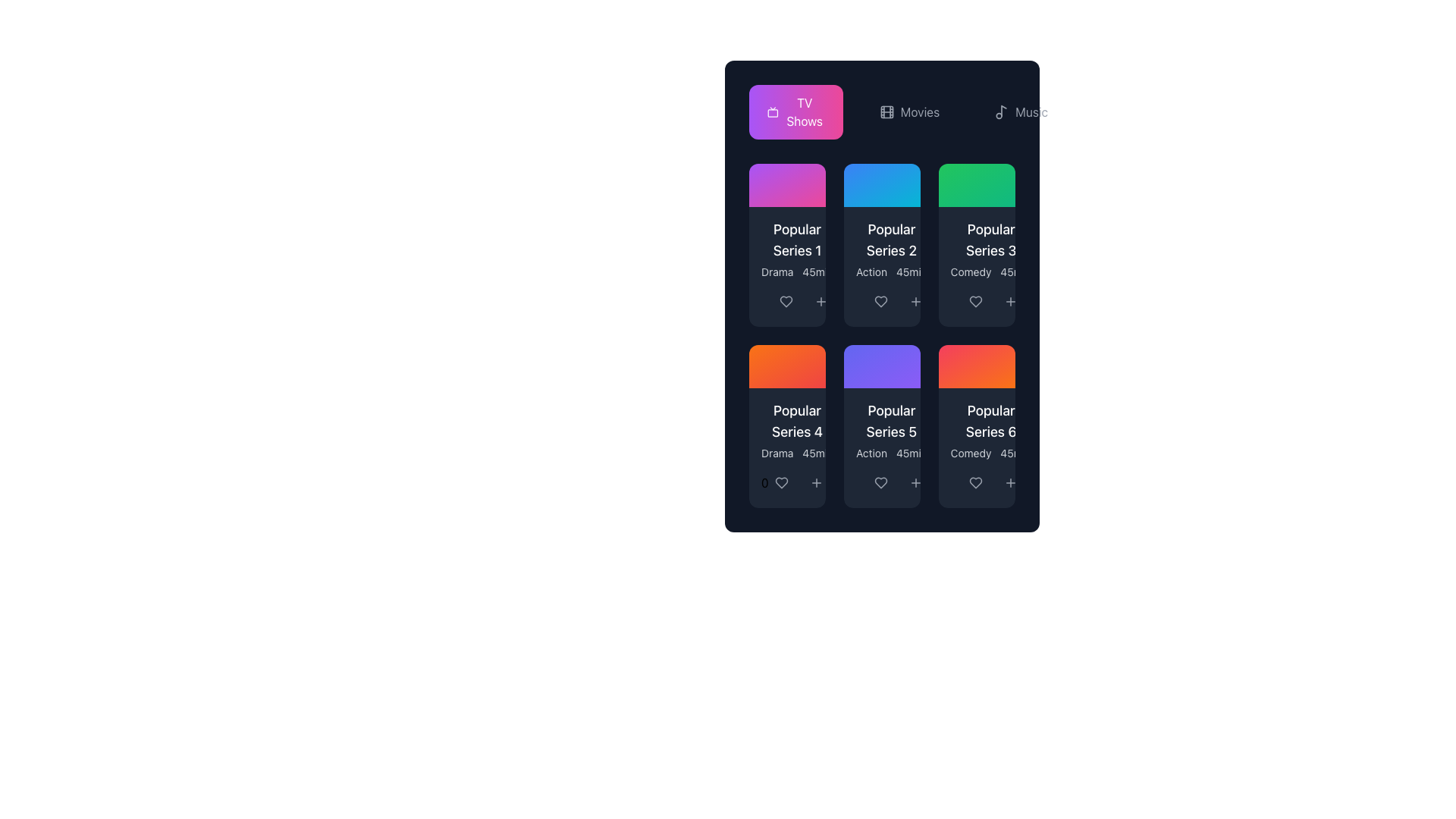  What do you see at coordinates (781, 482) in the screenshot?
I see `the heart-shaped icon in the fourth card of the grid layout to express a 'like' or 'favorite' action` at bounding box center [781, 482].